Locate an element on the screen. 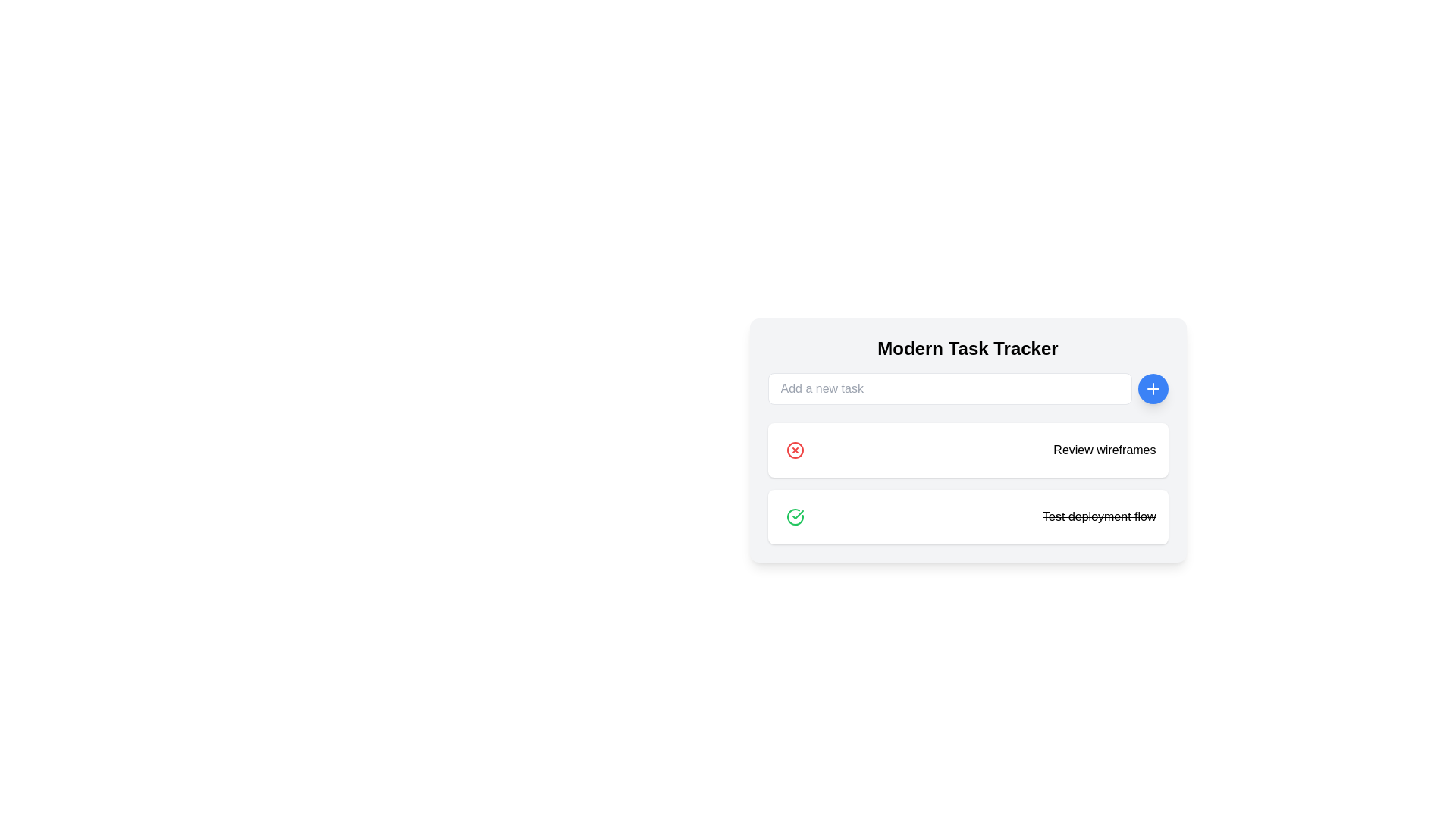  the completion icon in the second task row of the task list is located at coordinates (794, 516).